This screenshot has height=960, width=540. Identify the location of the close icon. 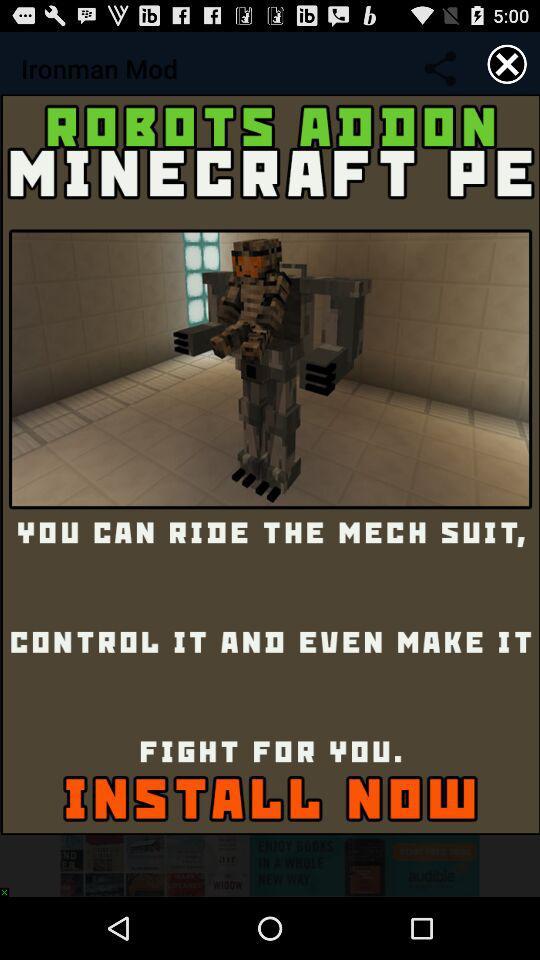
(507, 68).